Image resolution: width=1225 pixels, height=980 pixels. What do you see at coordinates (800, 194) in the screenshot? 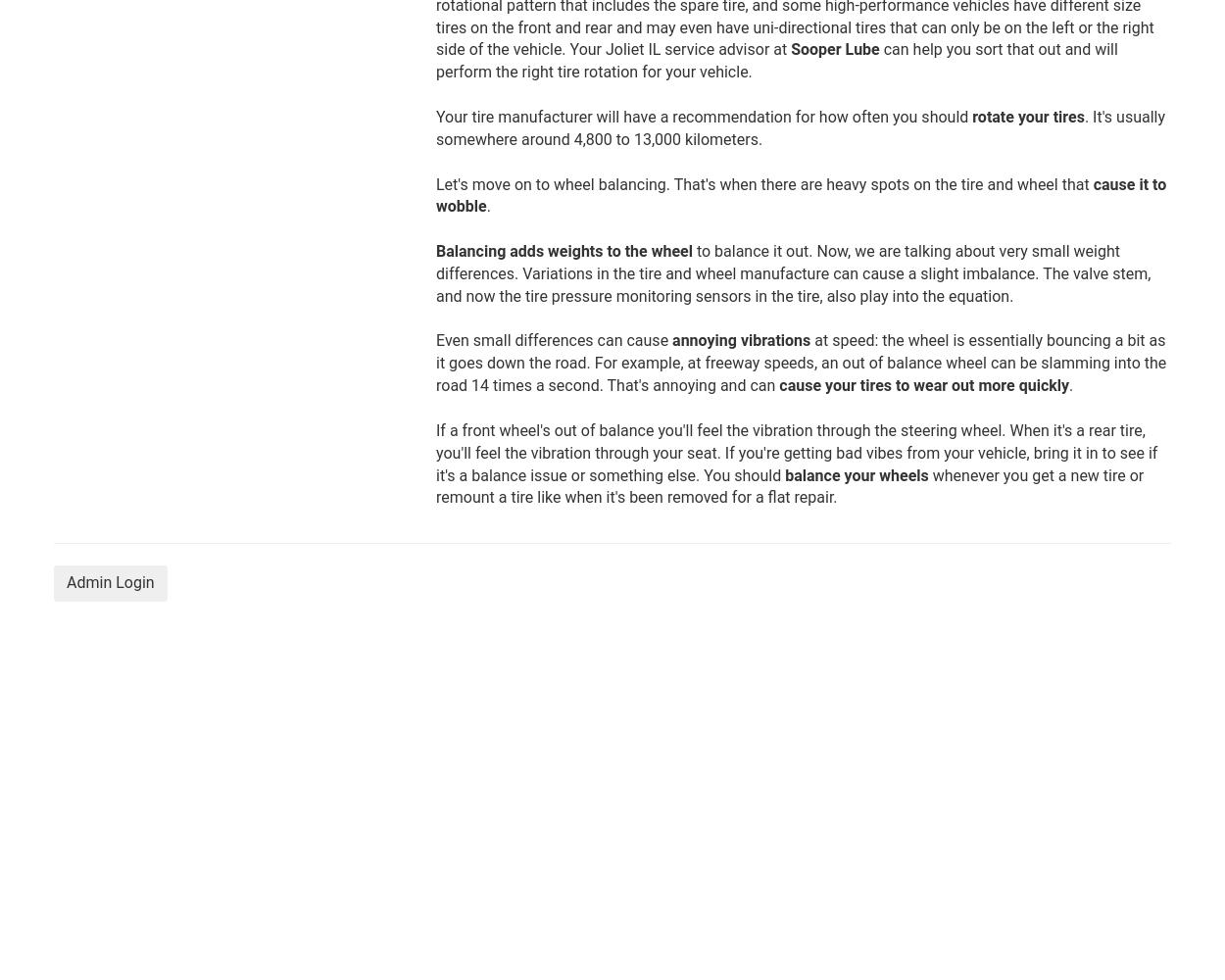
I see `'cause it to wobble'` at bounding box center [800, 194].